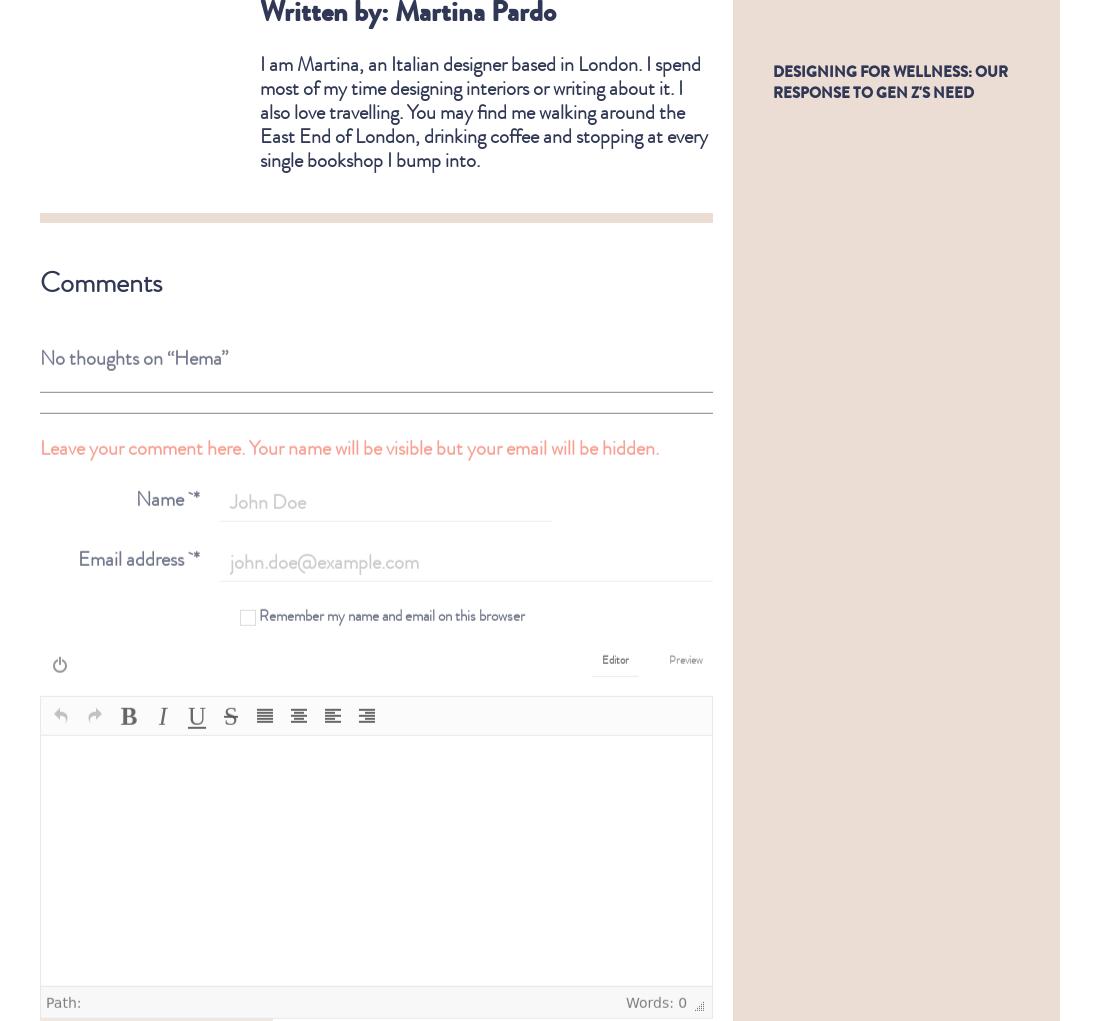 Image resolution: width=1100 pixels, height=1021 pixels. What do you see at coordinates (614, 643) in the screenshot?
I see `'Editor'` at bounding box center [614, 643].